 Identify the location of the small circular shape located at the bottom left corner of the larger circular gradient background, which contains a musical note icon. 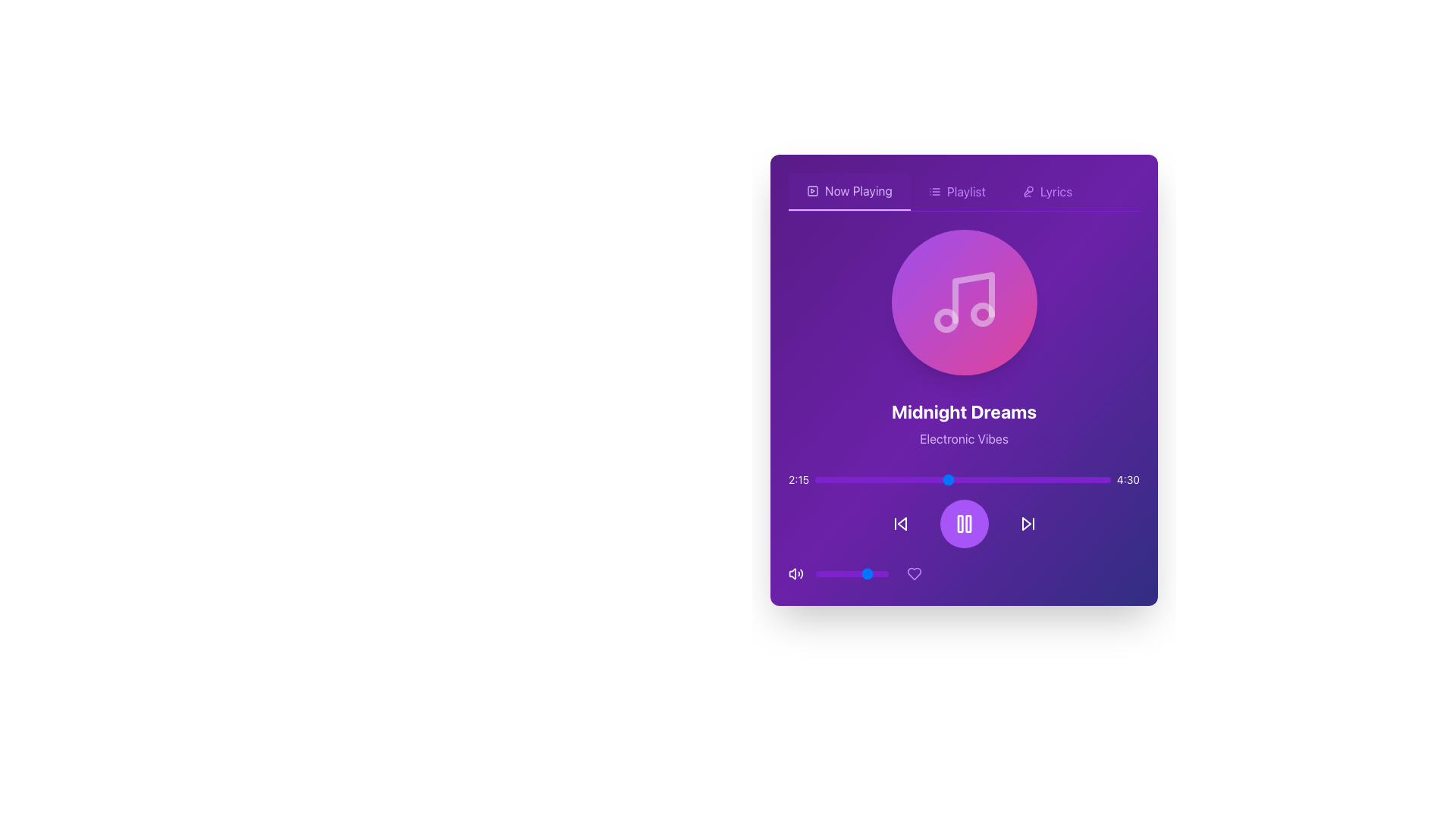
(945, 320).